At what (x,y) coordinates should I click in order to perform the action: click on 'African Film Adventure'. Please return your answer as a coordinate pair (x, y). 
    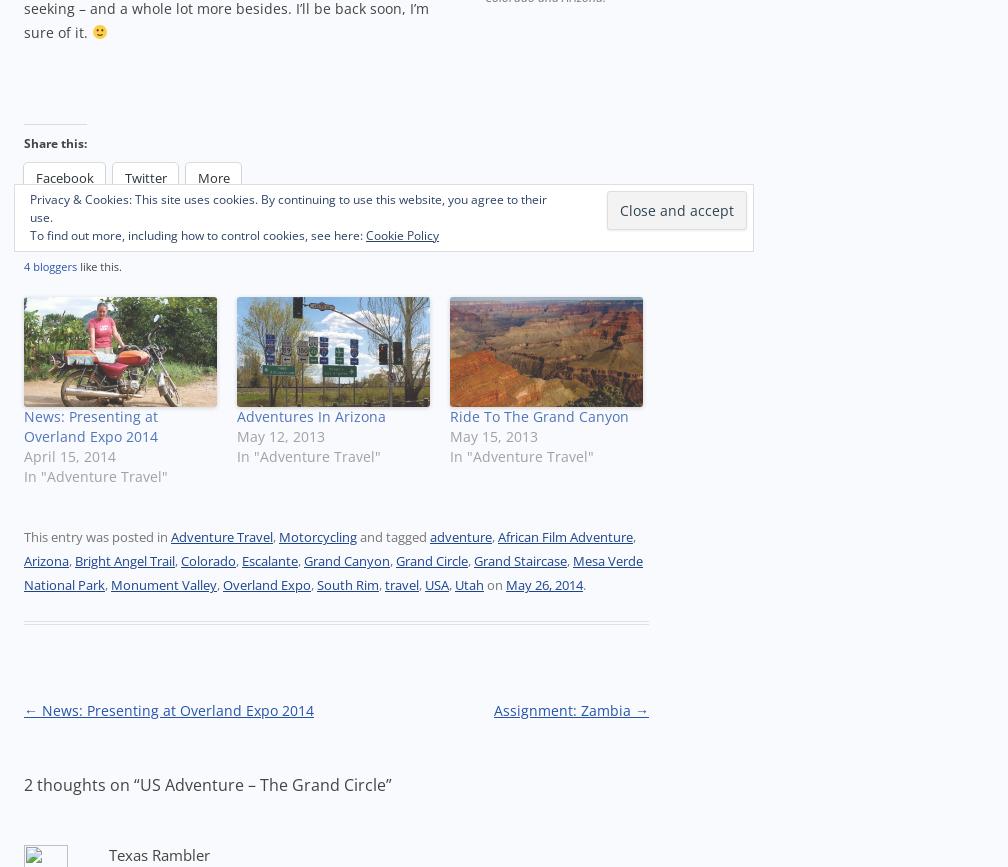
    Looking at the image, I should click on (565, 536).